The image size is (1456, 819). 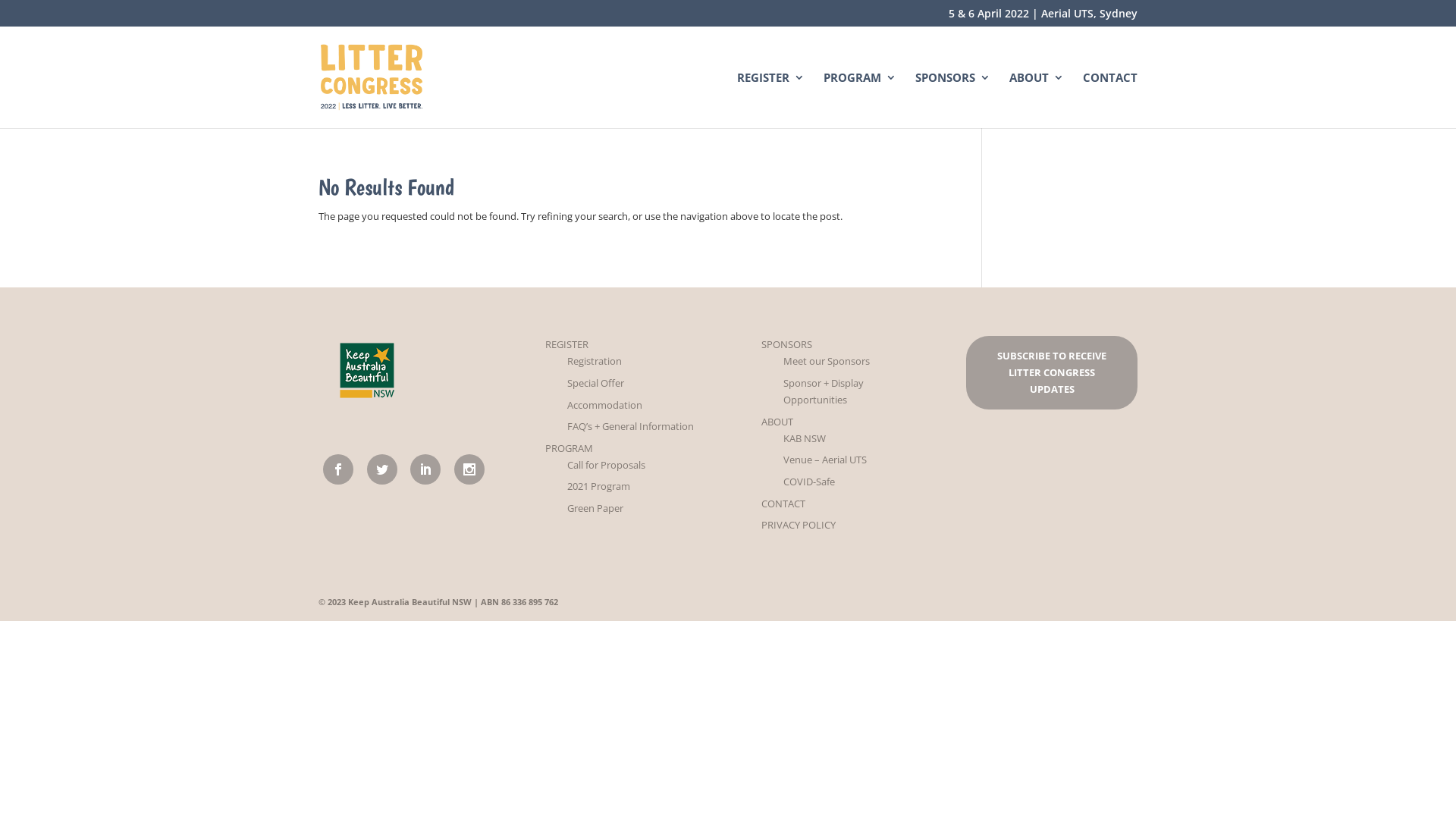 What do you see at coordinates (593, 360) in the screenshot?
I see `'Registration'` at bounding box center [593, 360].